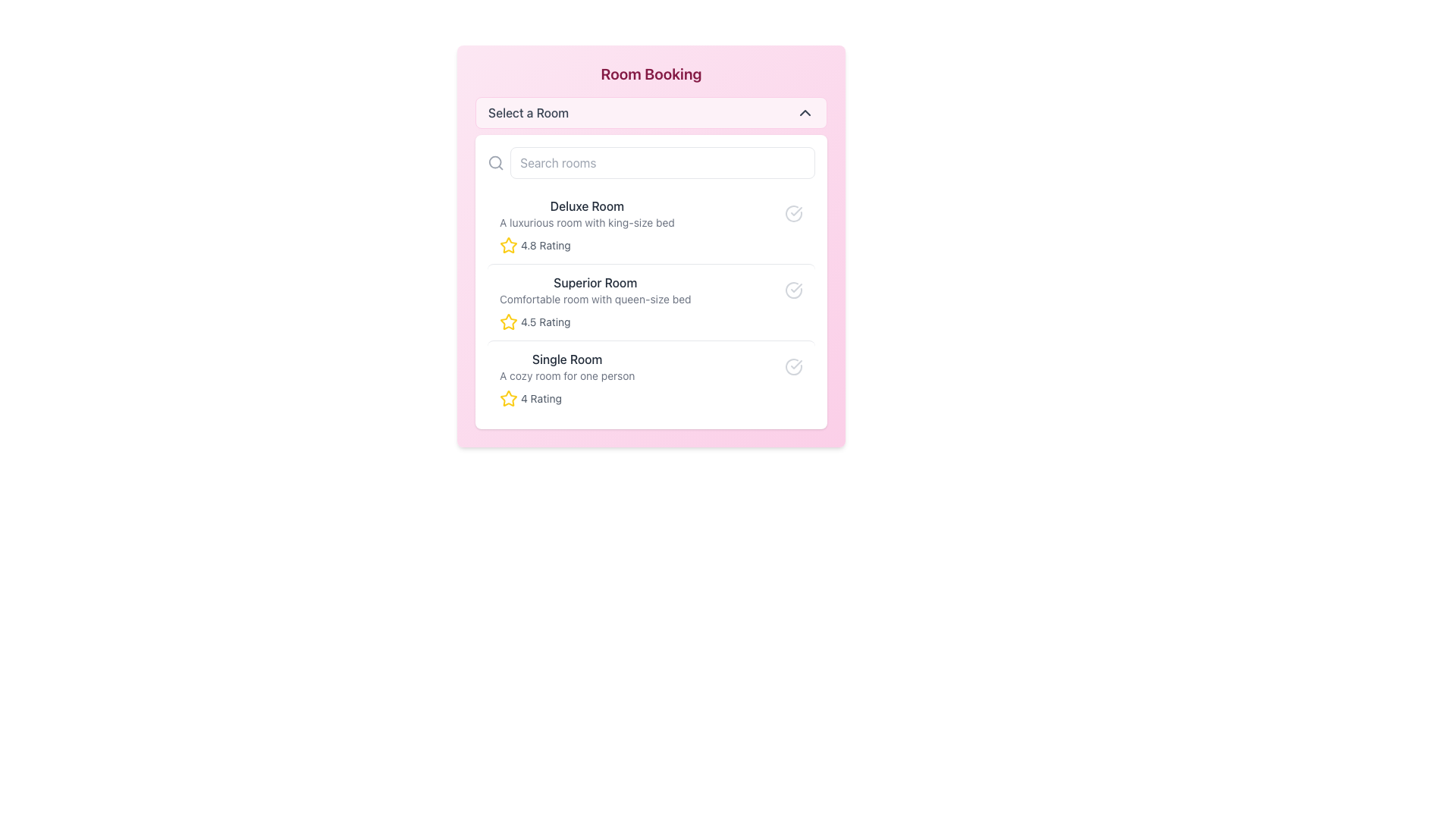 This screenshot has height=819, width=1456. I want to click on the Text heading that serves as the title for room booking content, located at the top of a large pink card structure, so click(651, 74).